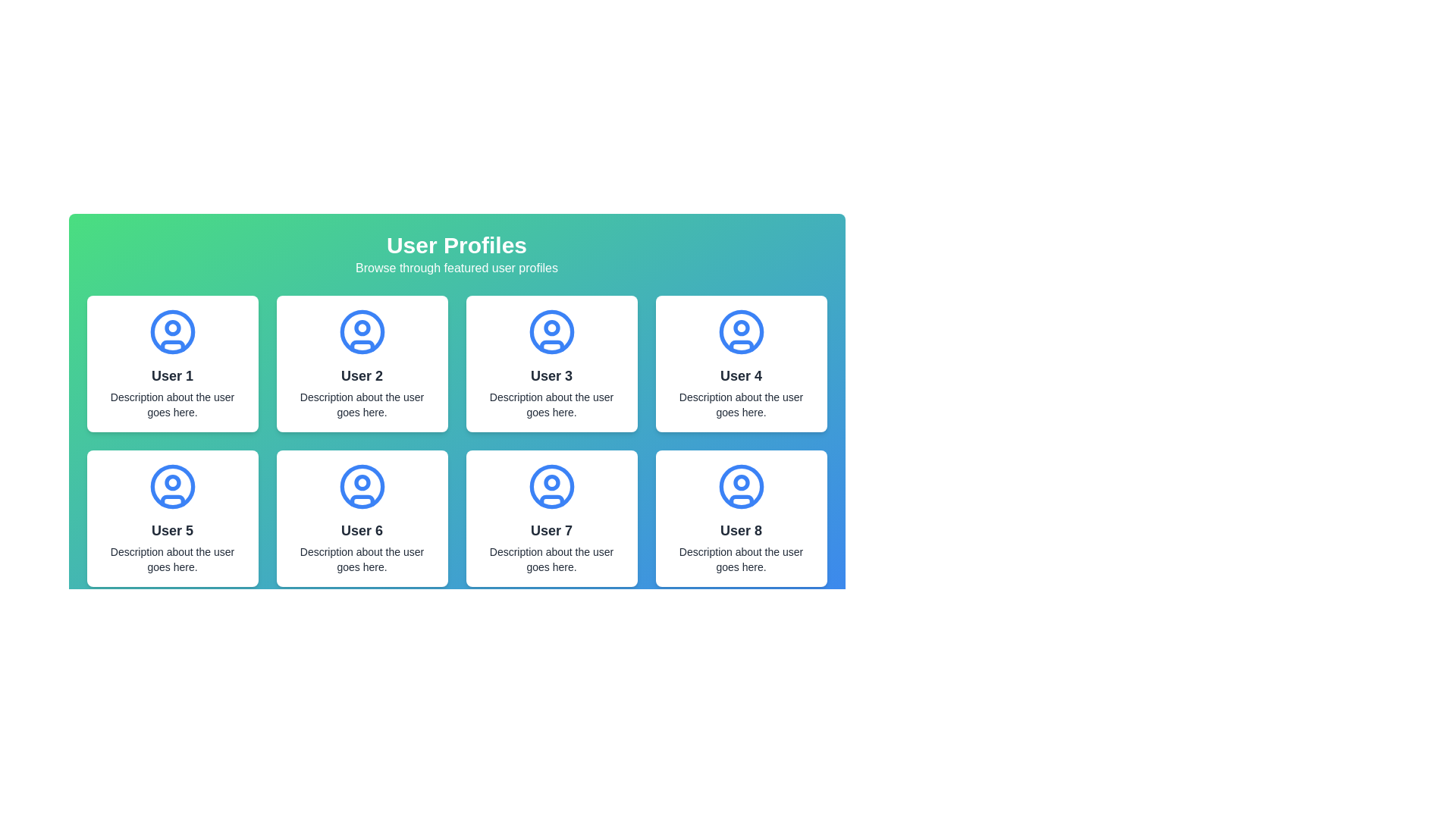 The width and height of the screenshot is (1456, 819). I want to click on user information displayed on the Profile Card for User 4, located in the fourth column of the first row in the grid layout, so click(741, 363).